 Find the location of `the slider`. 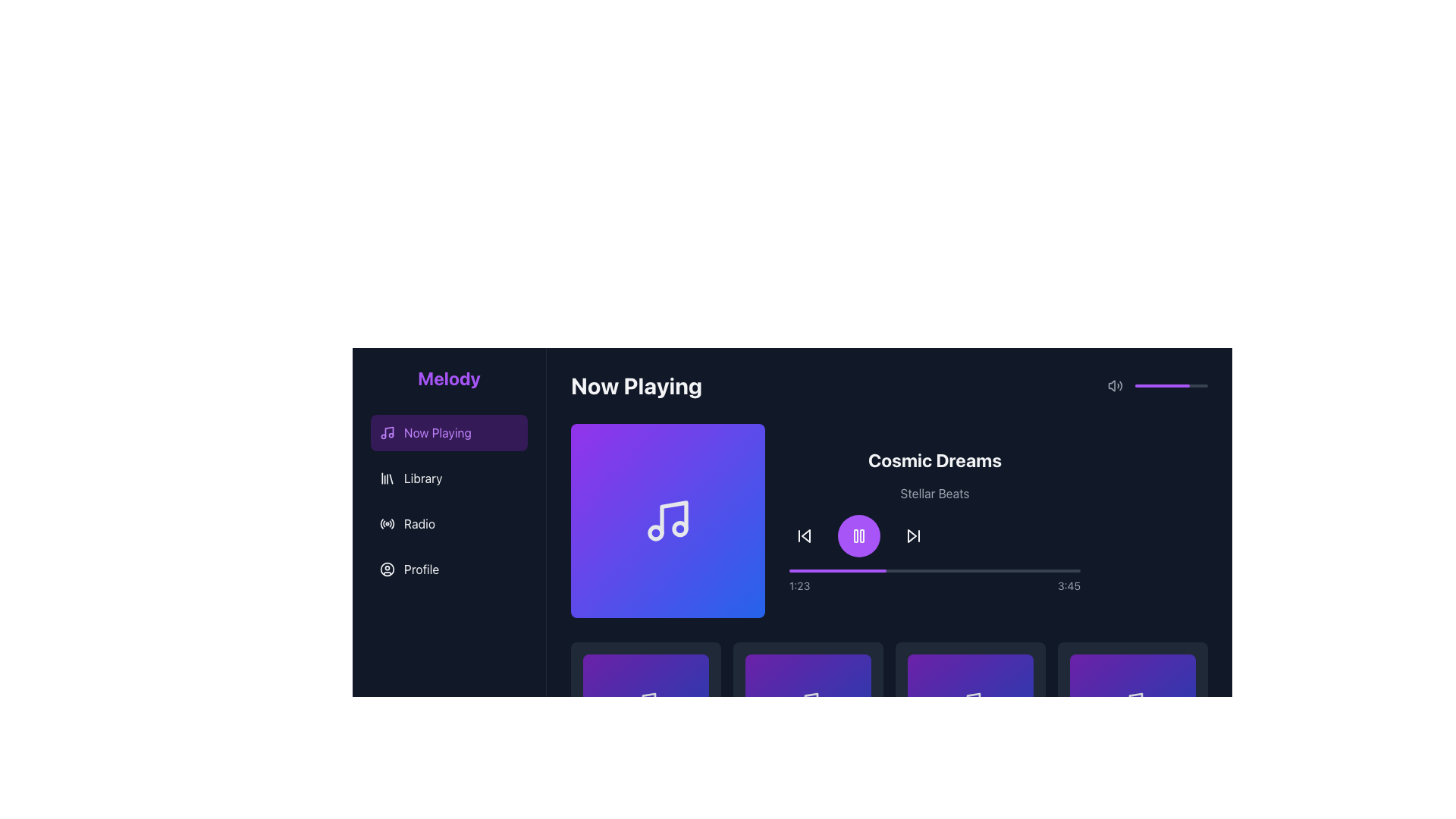

the slider is located at coordinates (1156, 385).